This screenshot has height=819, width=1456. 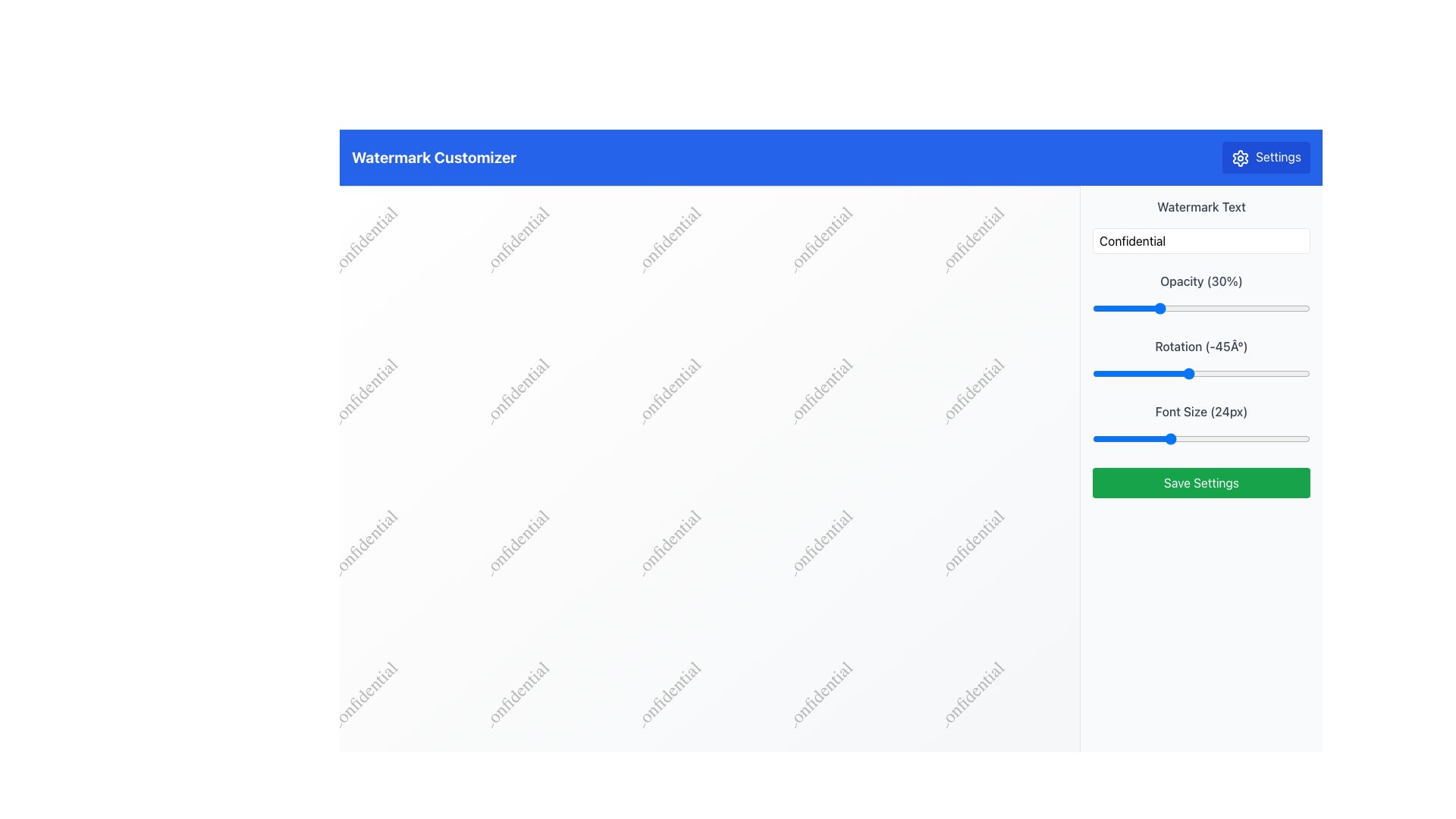 What do you see at coordinates (1199, 373) in the screenshot?
I see `rotation` at bounding box center [1199, 373].